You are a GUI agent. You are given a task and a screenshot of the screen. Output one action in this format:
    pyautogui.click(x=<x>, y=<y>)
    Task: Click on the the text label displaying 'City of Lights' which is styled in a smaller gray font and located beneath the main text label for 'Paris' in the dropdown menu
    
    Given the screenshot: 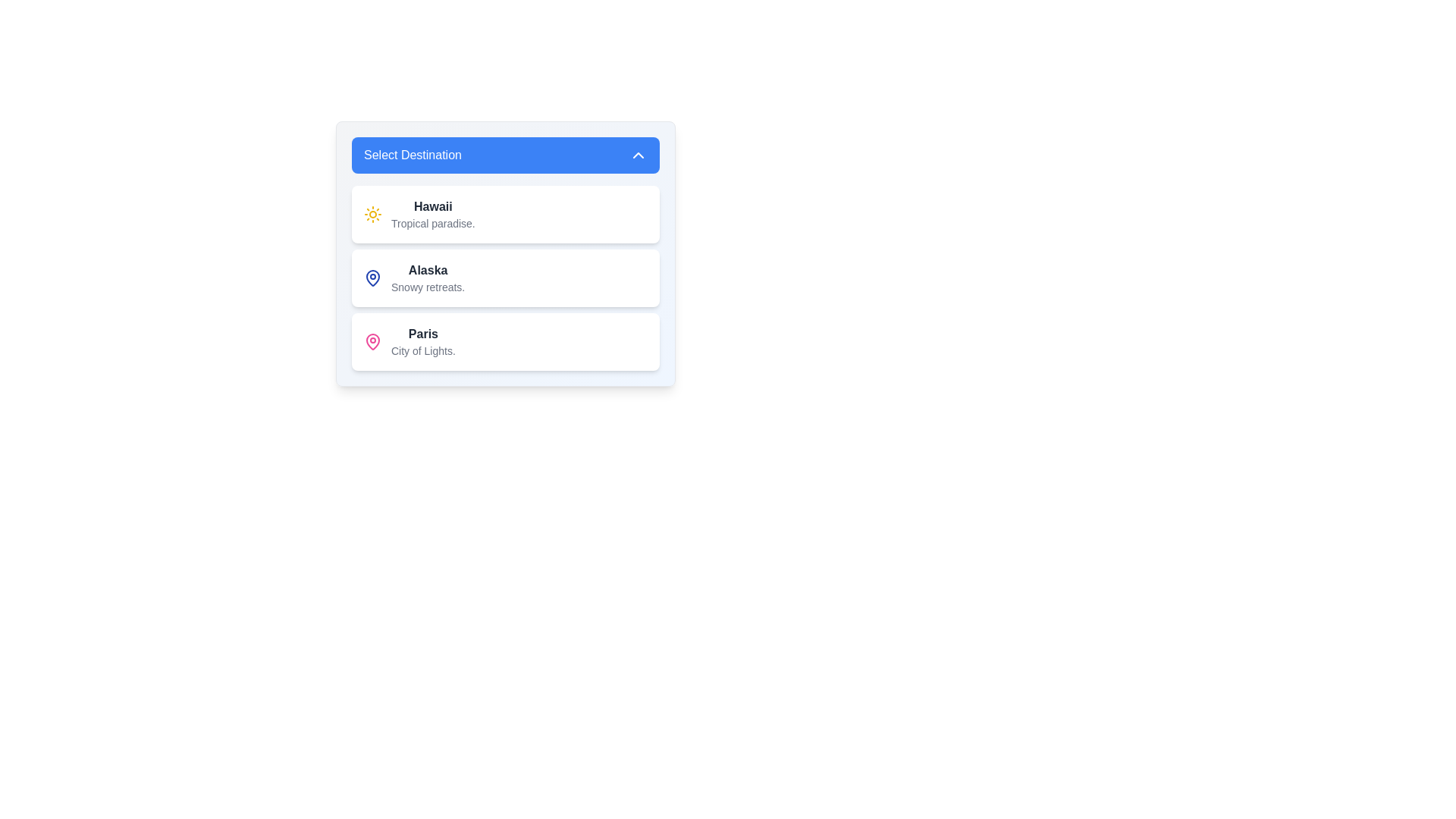 What is the action you would take?
    pyautogui.click(x=423, y=350)
    